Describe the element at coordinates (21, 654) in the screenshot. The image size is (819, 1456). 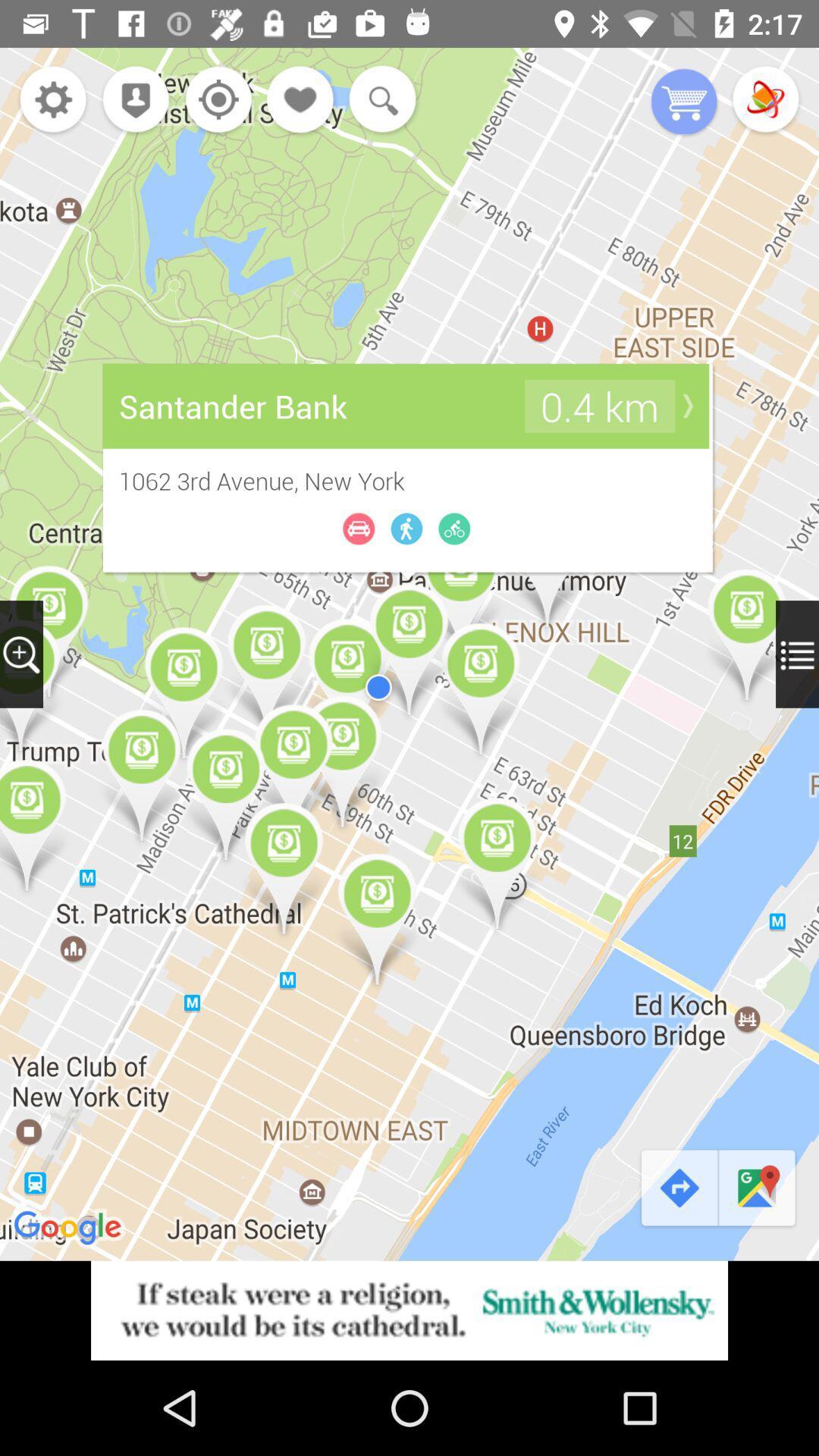
I see `zoom in` at that location.